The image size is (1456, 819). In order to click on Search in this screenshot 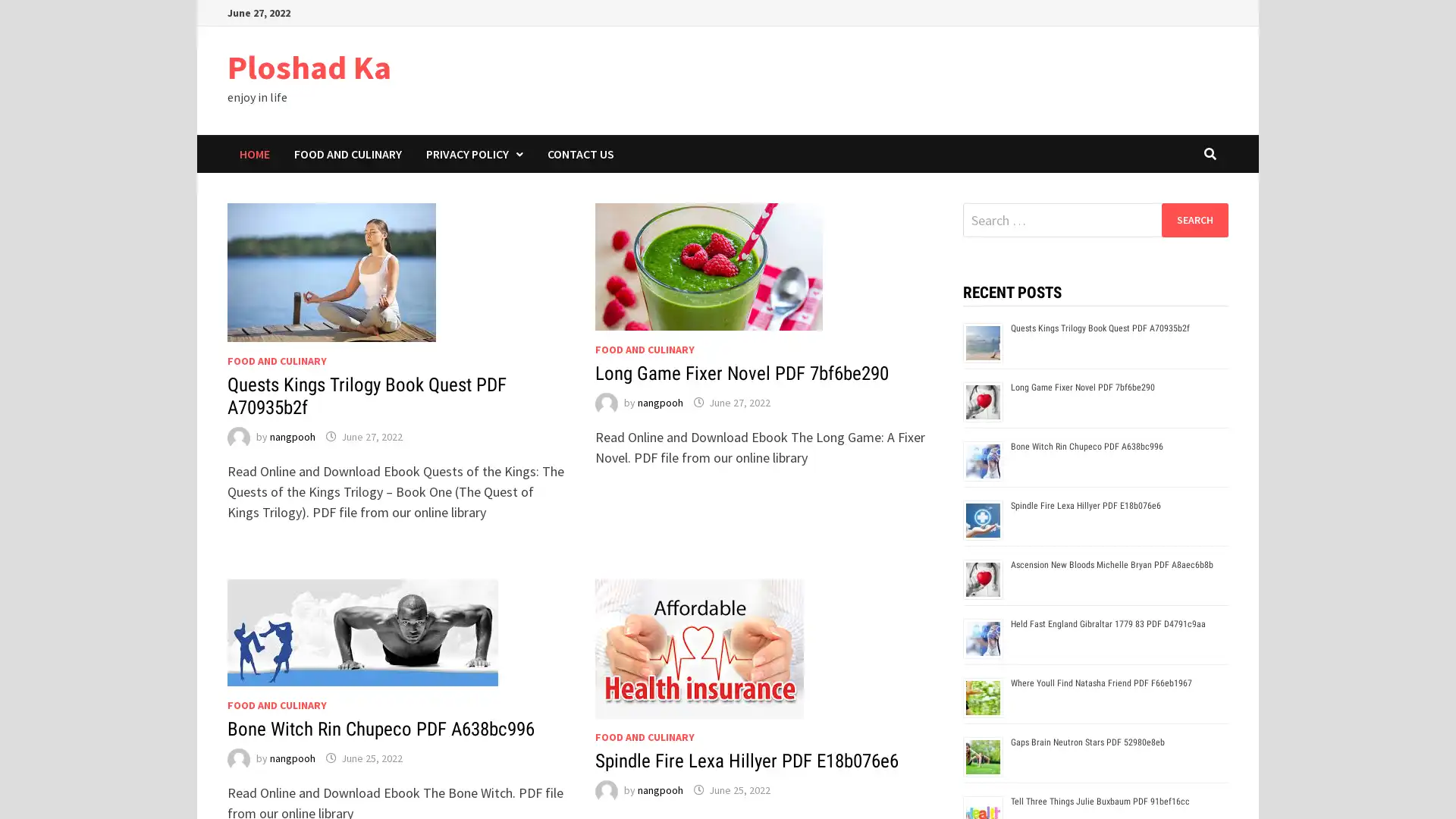, I will do `click(1194, 219)`.